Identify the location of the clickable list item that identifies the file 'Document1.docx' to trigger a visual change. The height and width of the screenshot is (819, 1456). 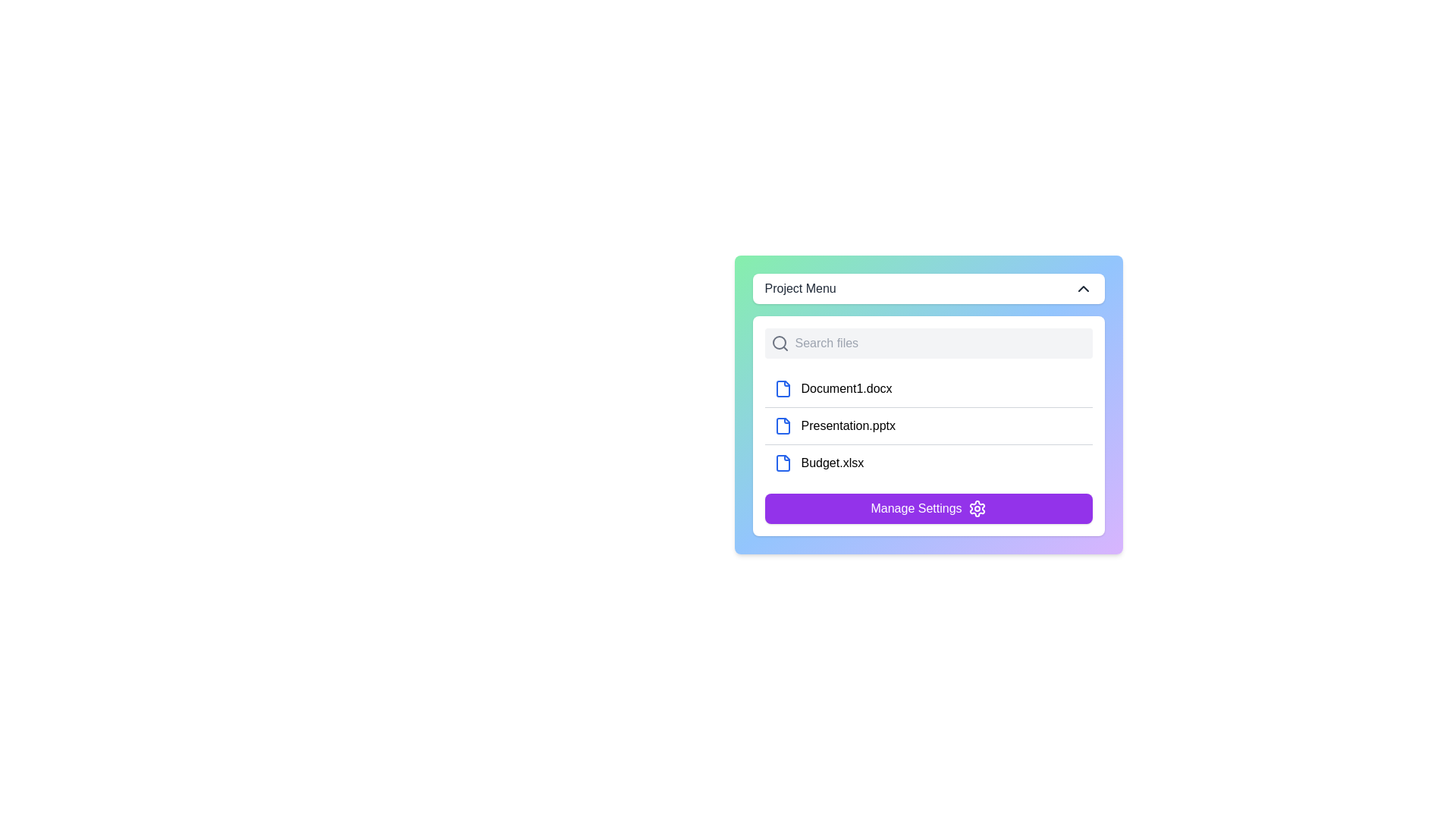
(927, 388).